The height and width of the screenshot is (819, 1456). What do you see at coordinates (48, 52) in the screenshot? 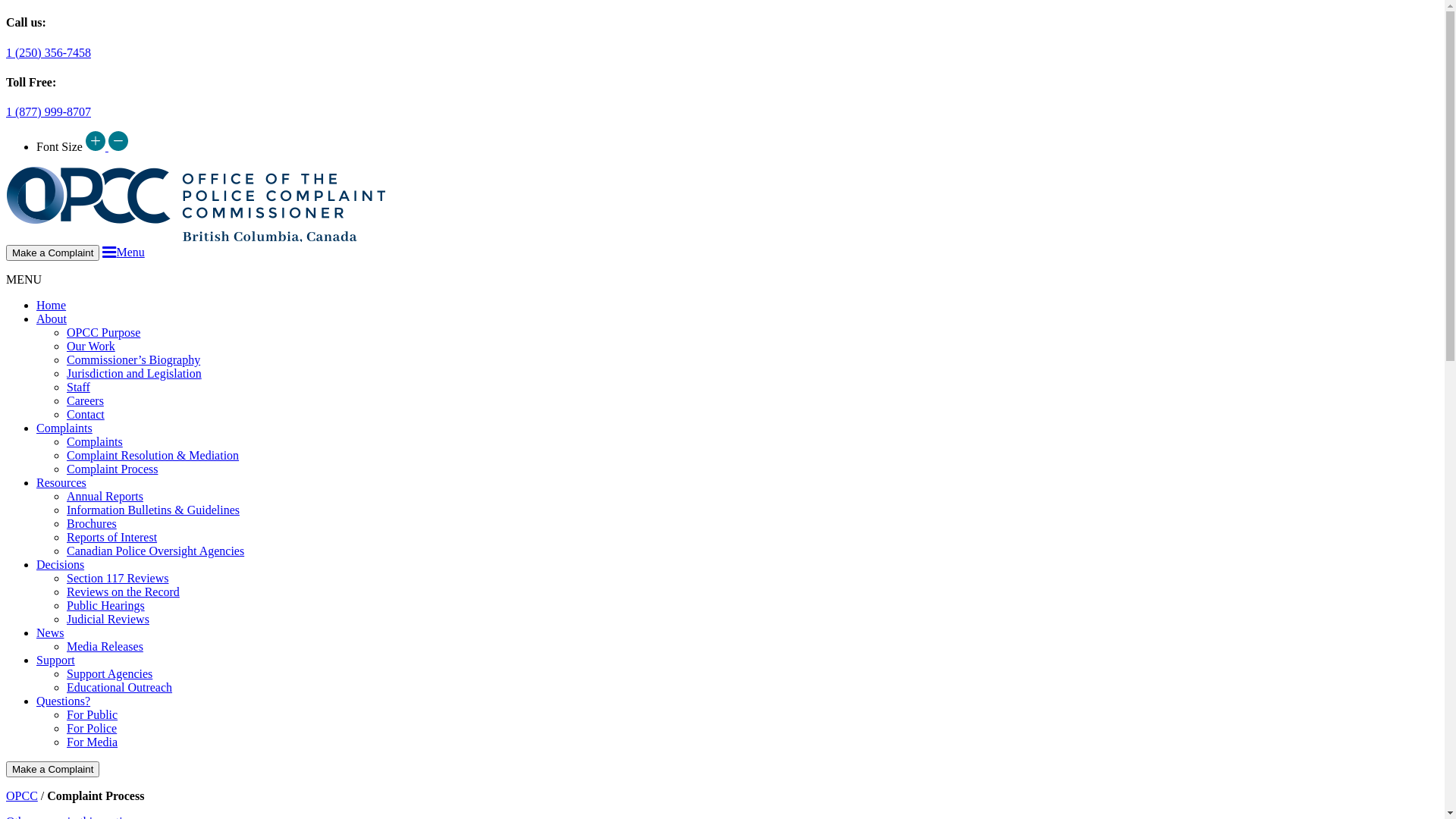
I see `'1 (250) 356-7458'` at bounding box center [48, 52].